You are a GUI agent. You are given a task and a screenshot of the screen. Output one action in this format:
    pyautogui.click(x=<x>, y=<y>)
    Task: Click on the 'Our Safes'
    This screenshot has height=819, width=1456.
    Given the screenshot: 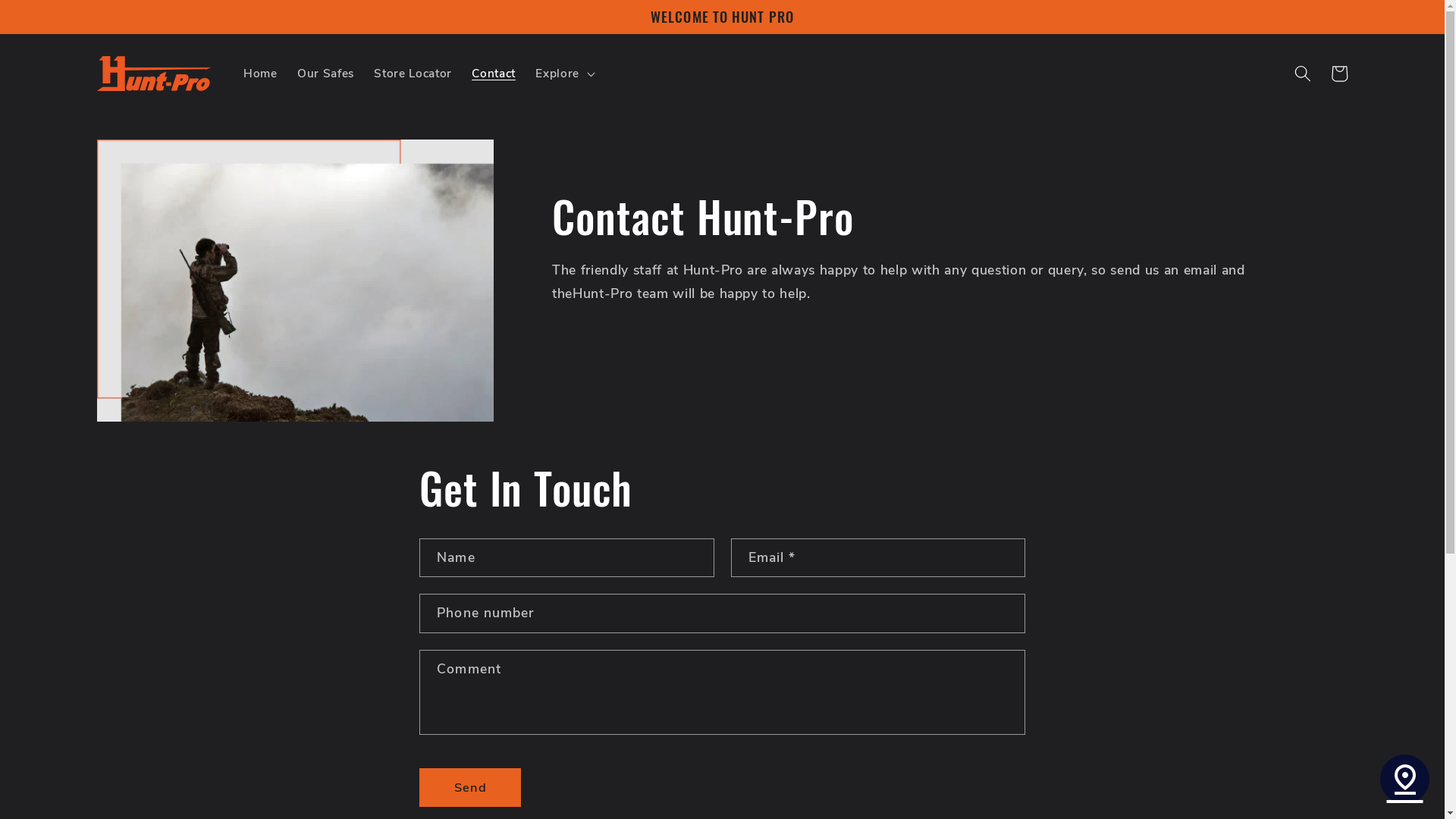 What is the action you would take?
    pyautogui.click(x=325, y=73)
    